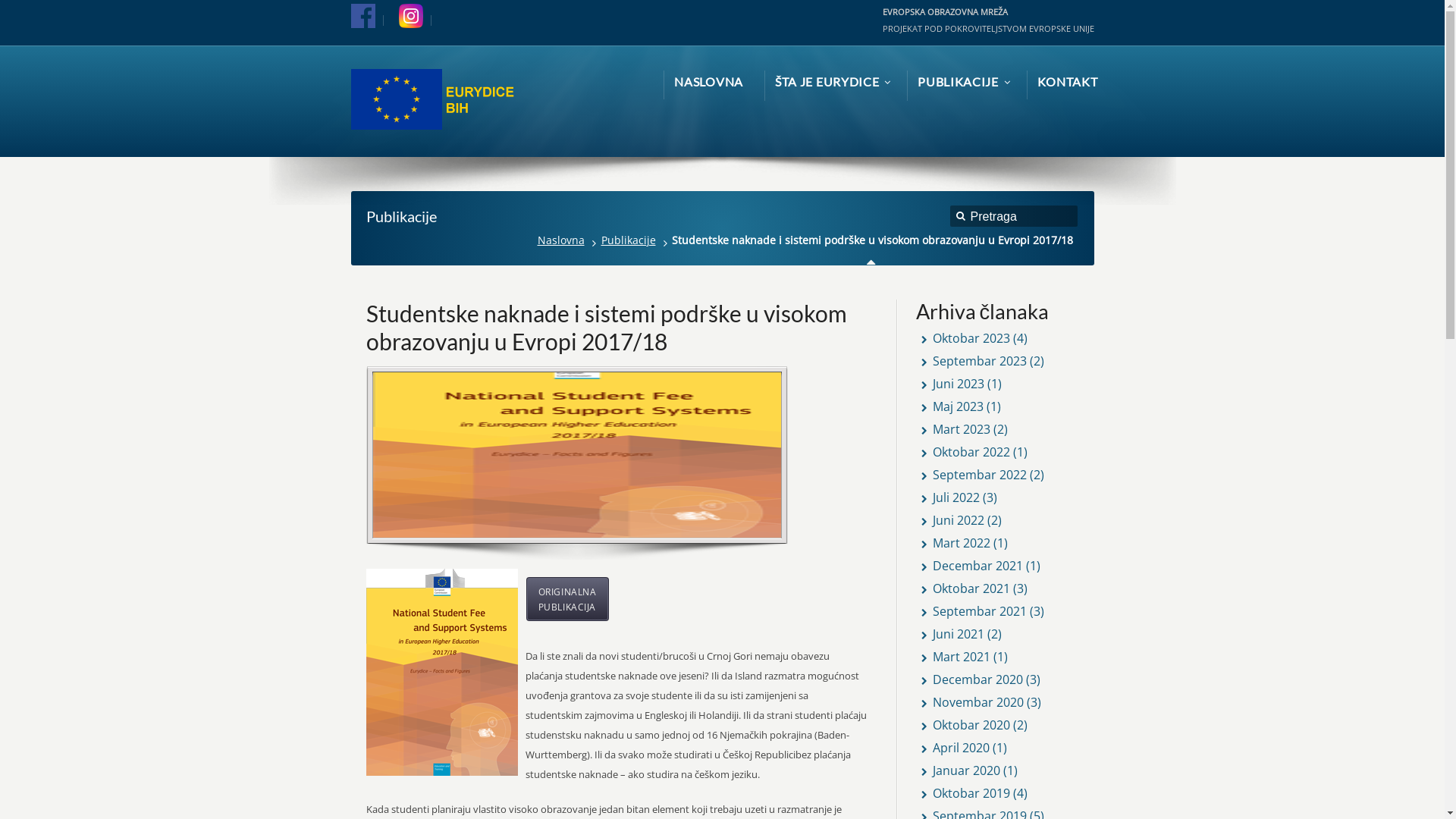 This screenshot has height=819, width=1456. I want to click on 'Juni 2023', so click(957, 382).